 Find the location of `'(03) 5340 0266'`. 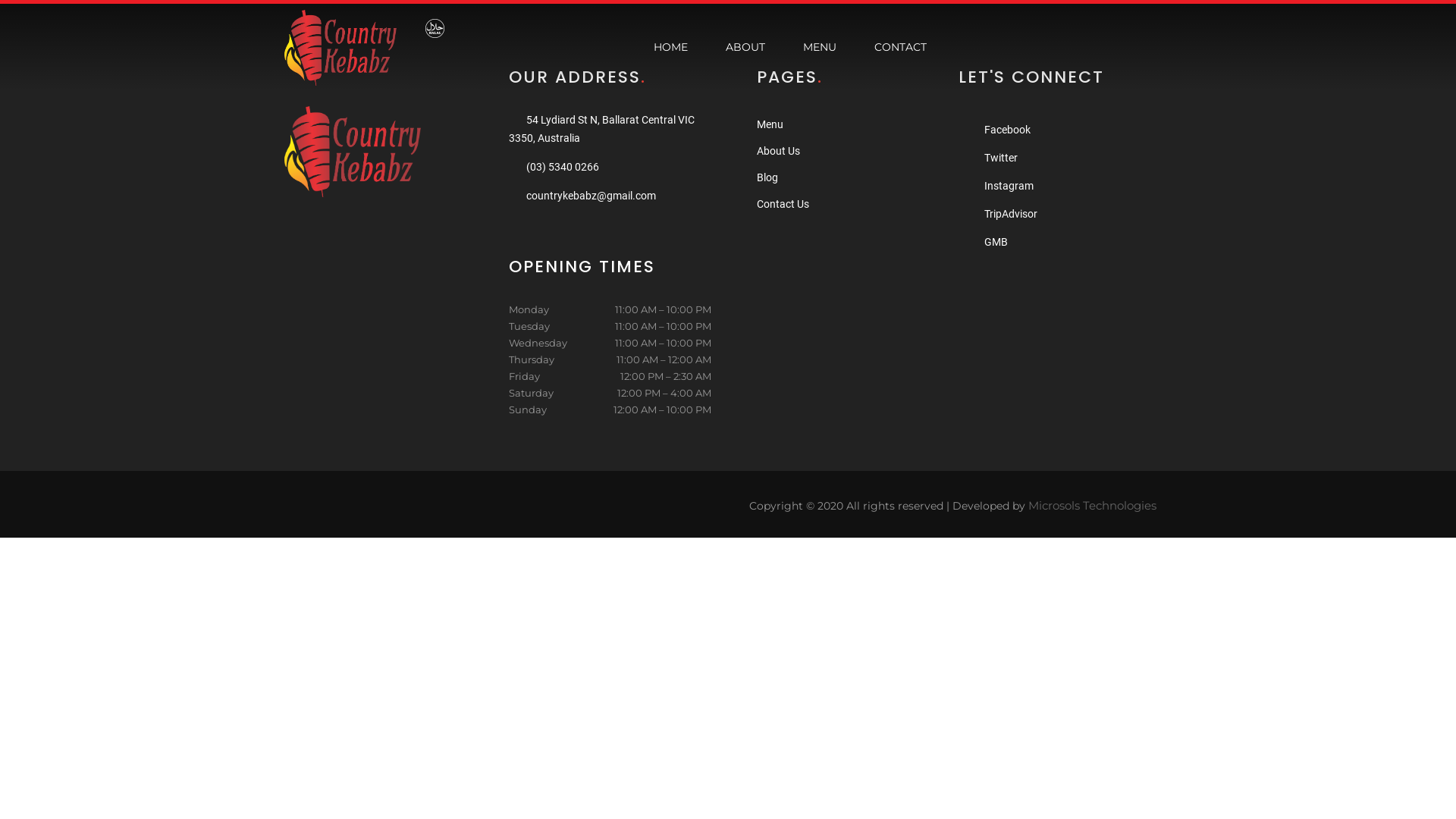

'(03) 5340 0266' is located at coordinates (562, 166).